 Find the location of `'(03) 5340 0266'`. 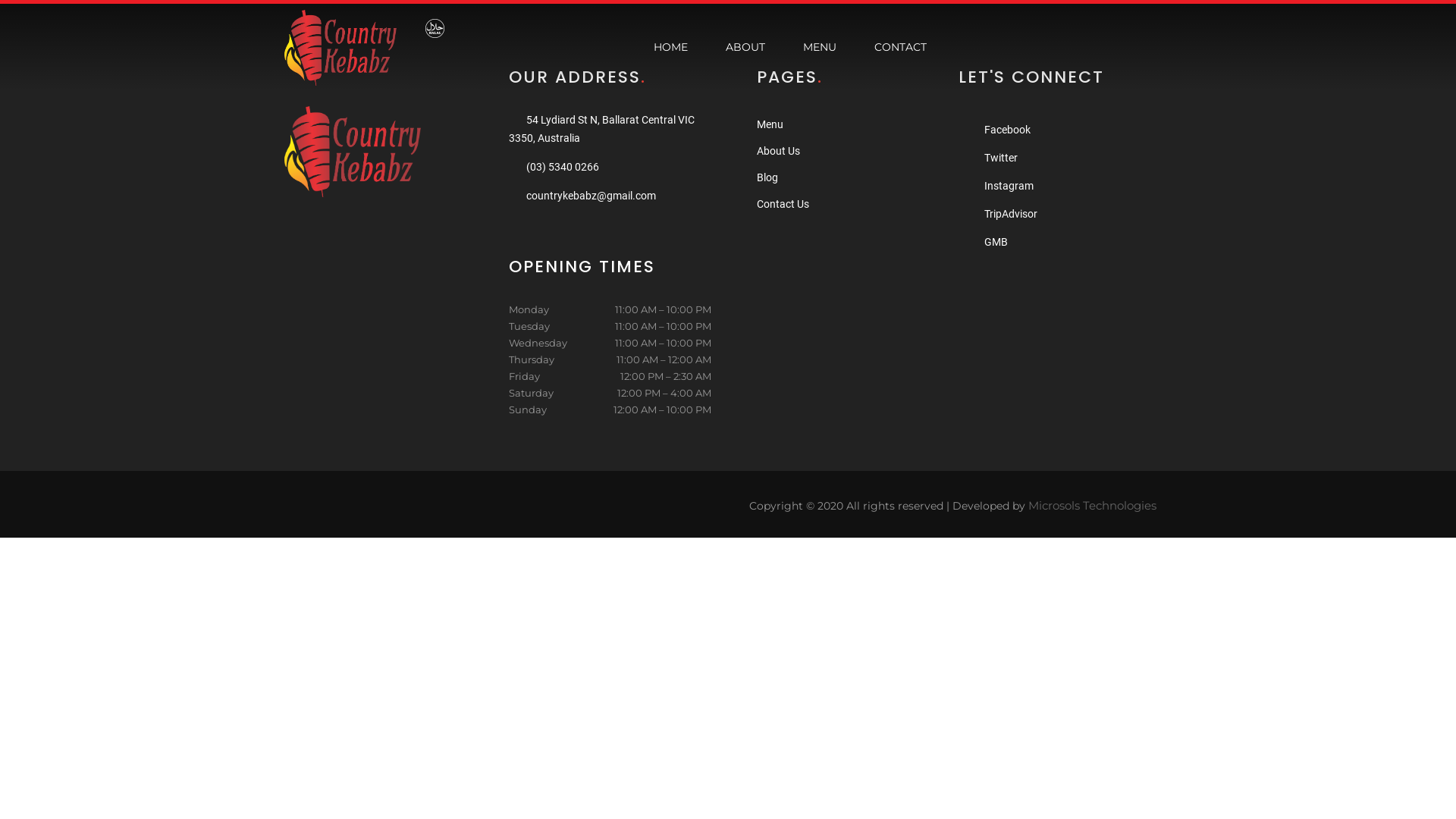

'(03) 5340 0266' is located at coordinates (562, 166).